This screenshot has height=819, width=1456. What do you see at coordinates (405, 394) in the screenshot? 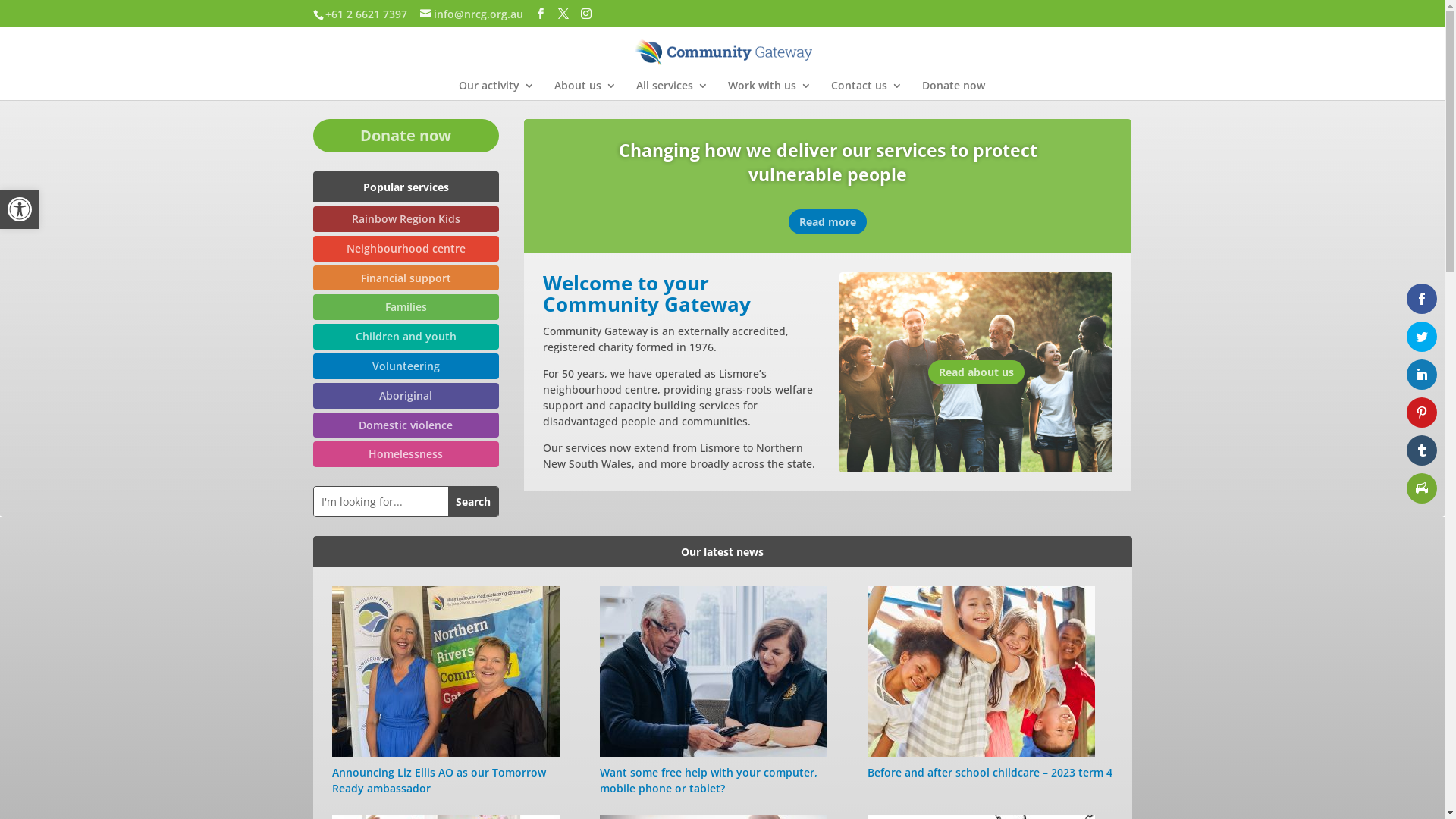
I see `'Aboriginal'` at bounding box center [405, 394].